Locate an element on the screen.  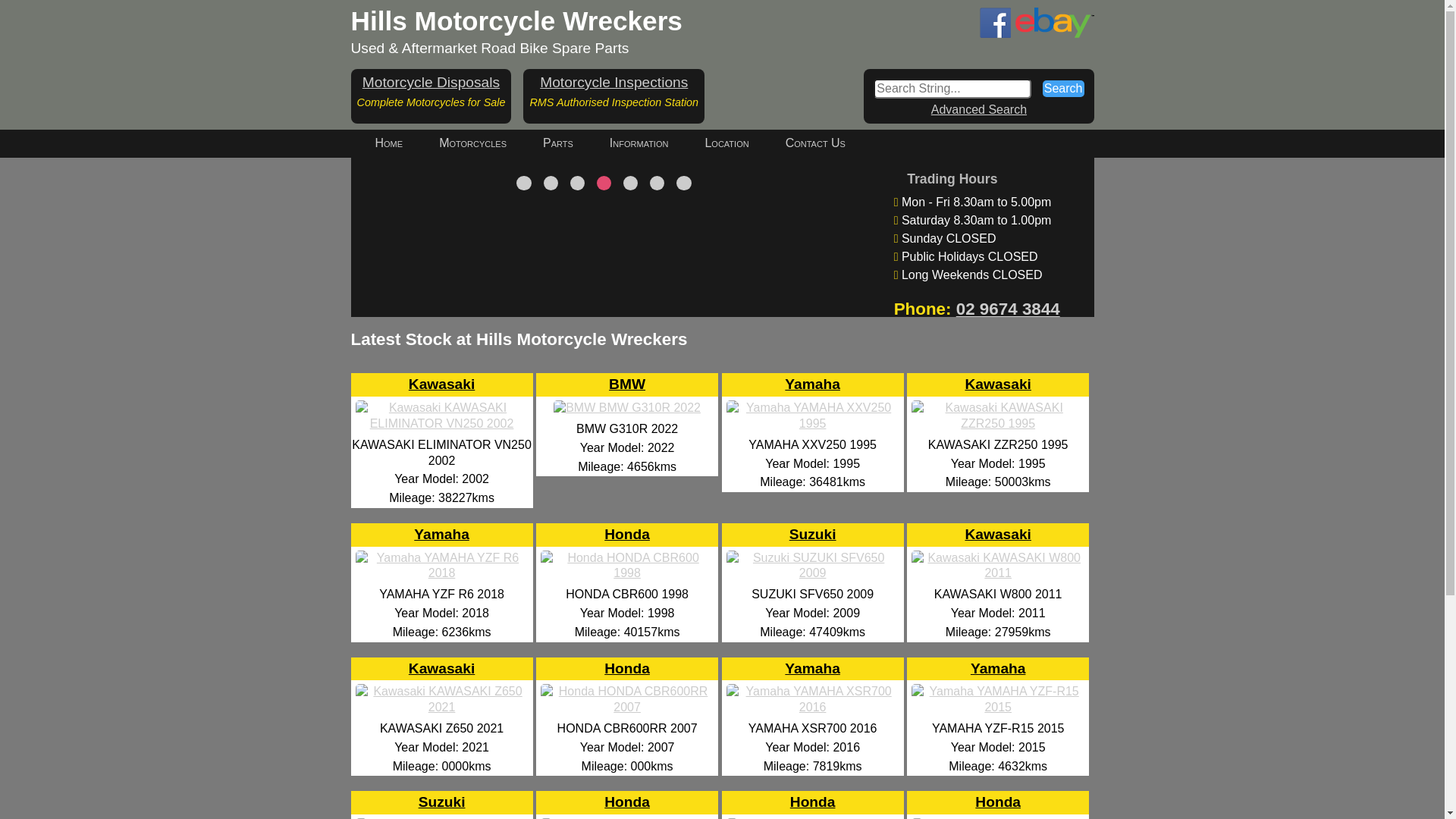
'Suzuki SUZUKI  SFV650   2009' is located at coordinates (811, 573).